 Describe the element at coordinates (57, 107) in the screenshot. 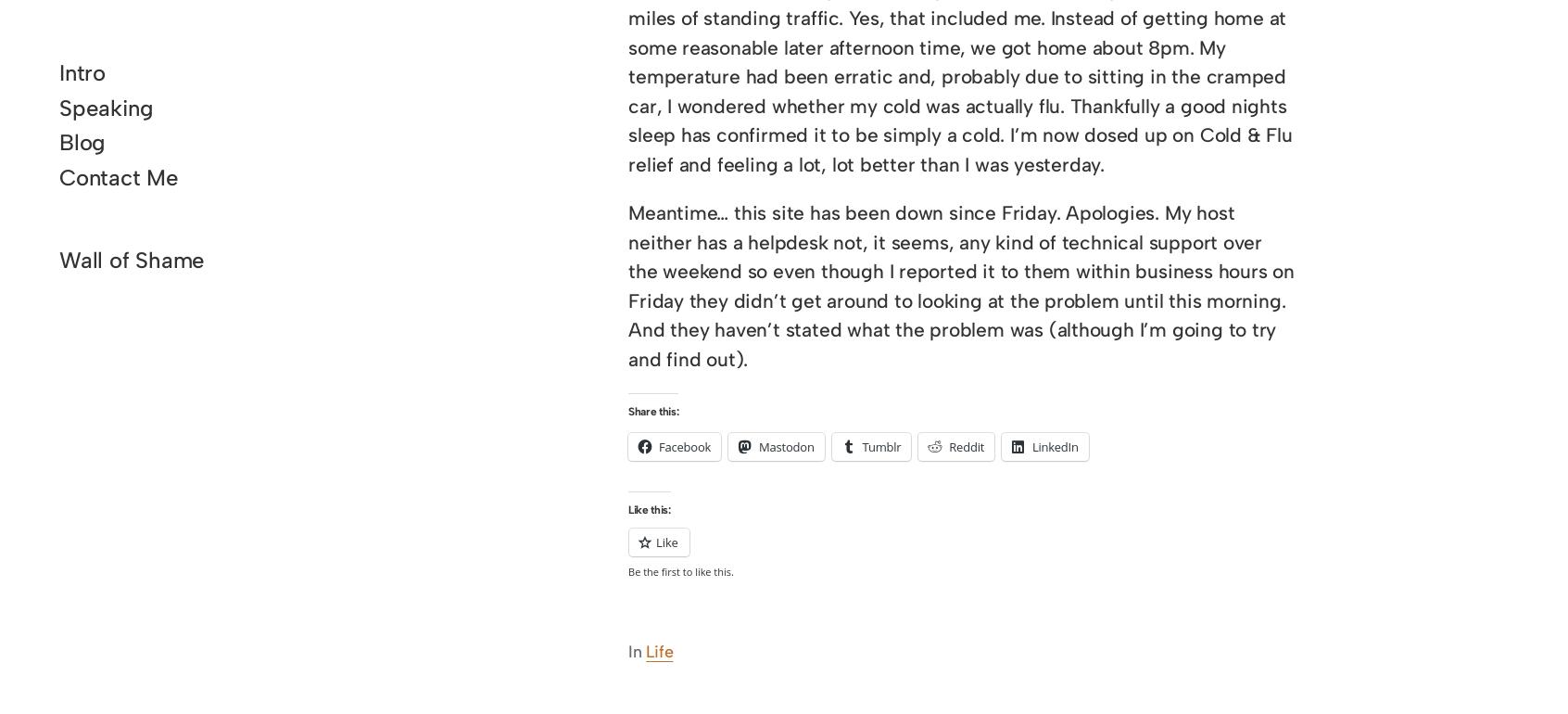

I see `'Speaking'` at that location.